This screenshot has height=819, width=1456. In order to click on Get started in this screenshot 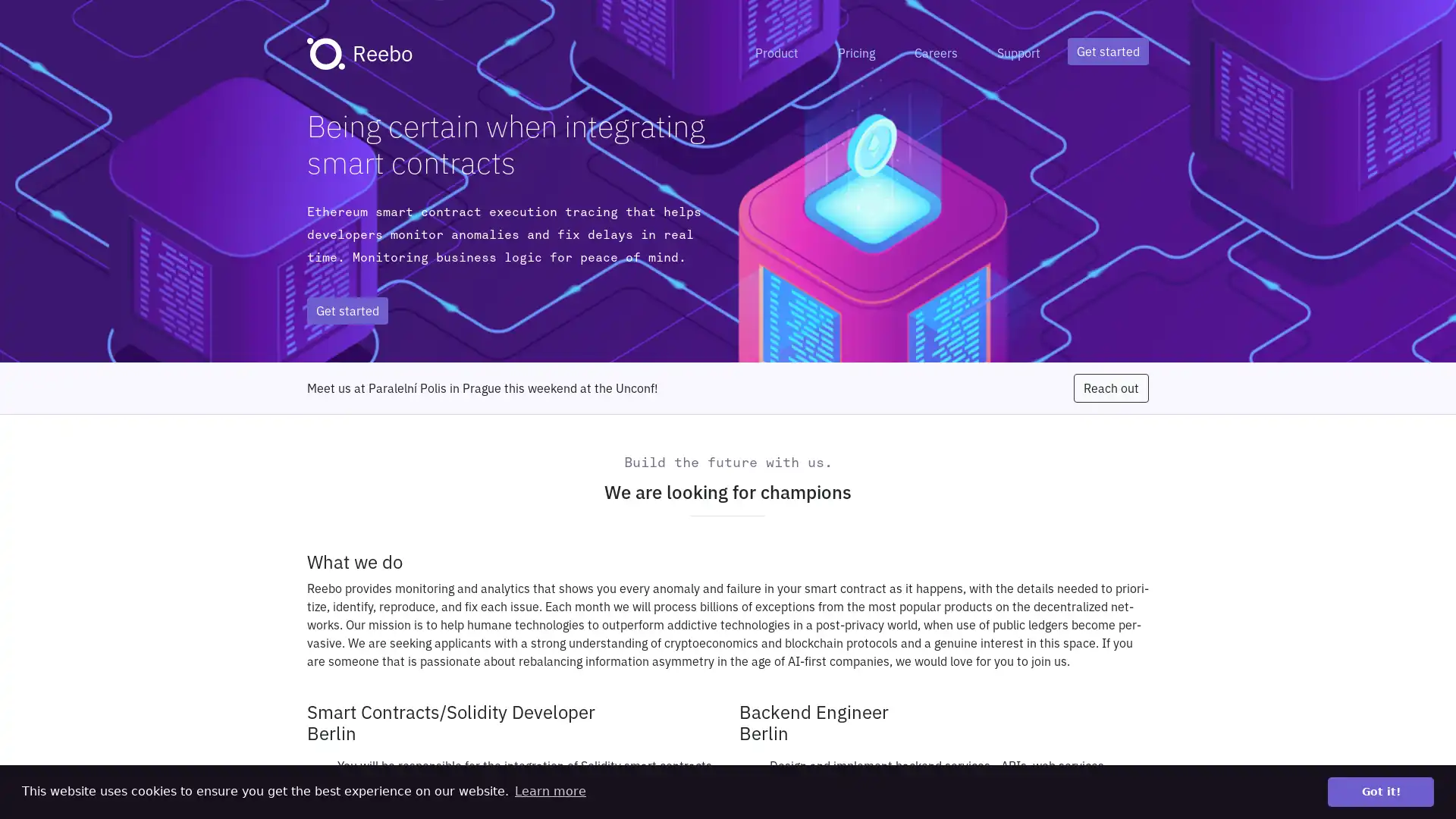, I will do `click(347, 309)`.